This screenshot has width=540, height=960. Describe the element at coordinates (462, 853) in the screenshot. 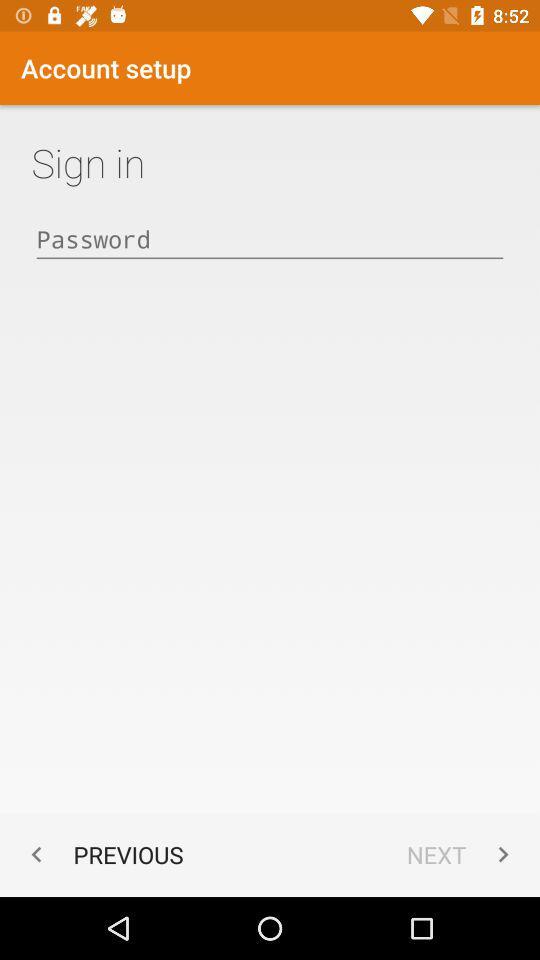

I see `the item next to previous app` at that location.